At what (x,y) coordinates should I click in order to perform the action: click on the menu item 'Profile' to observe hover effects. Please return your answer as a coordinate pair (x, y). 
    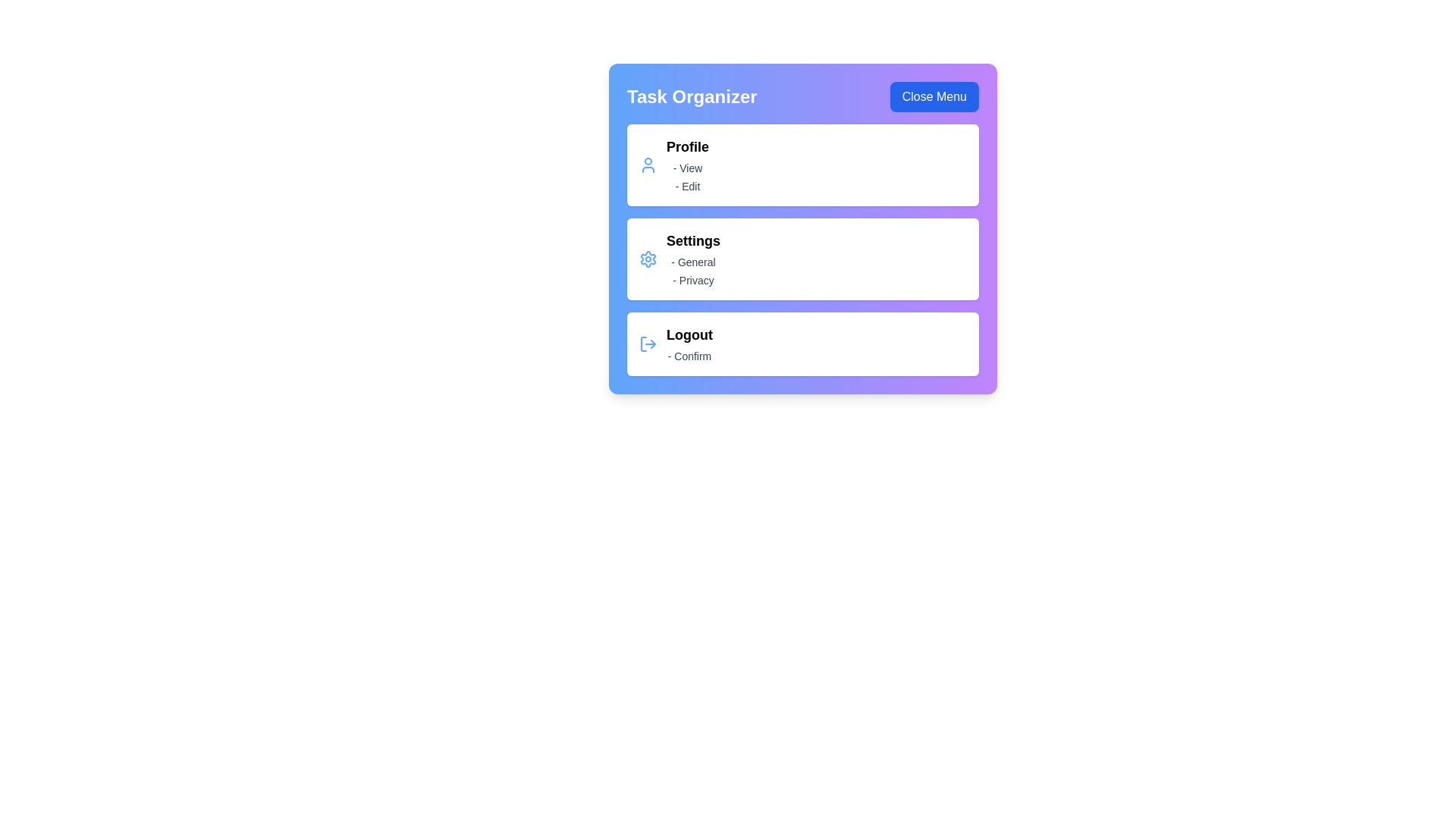
    Looking at the image, I should click on (802, 165).